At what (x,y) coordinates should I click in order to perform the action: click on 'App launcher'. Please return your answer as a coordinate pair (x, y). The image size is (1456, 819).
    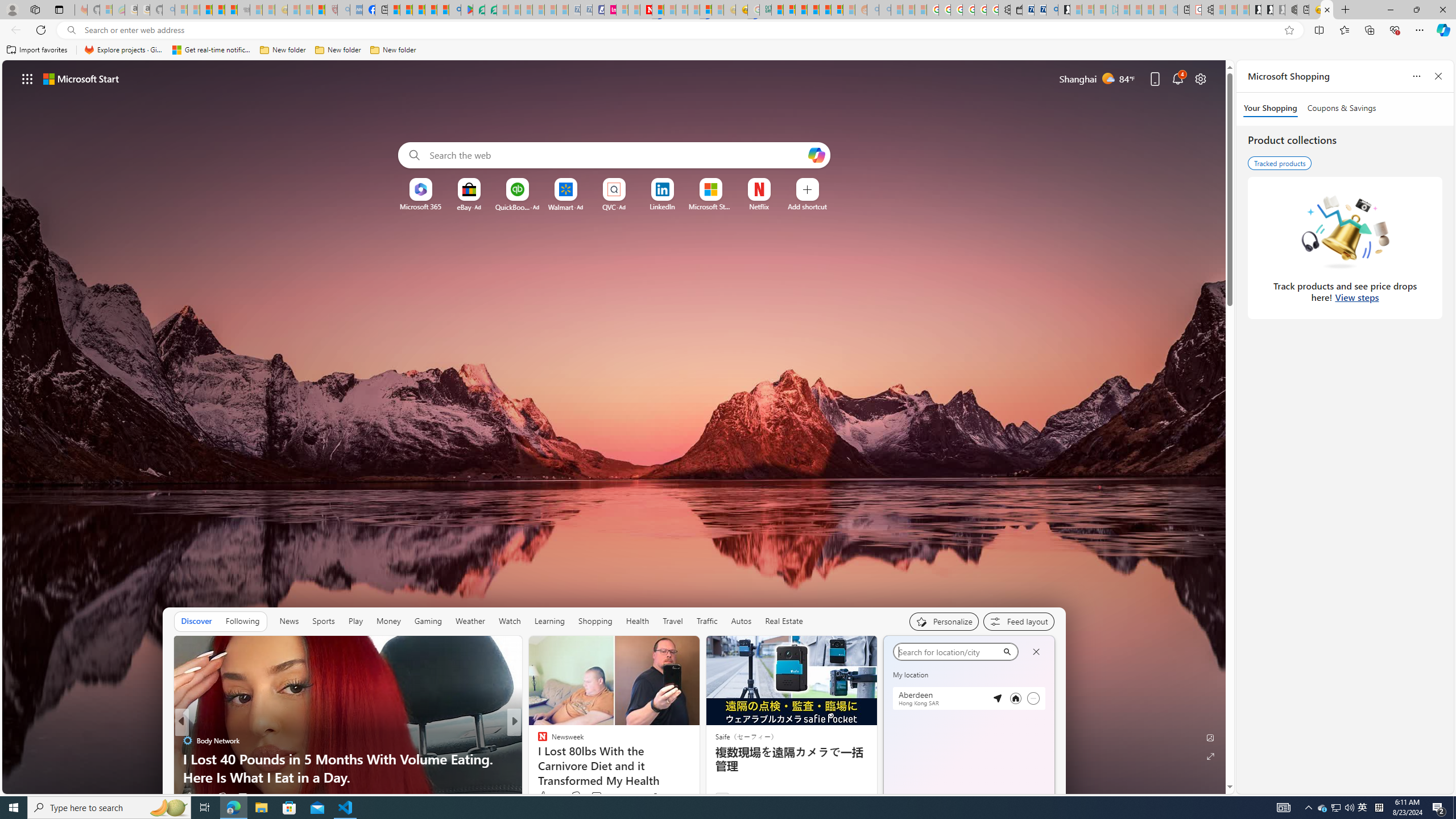
    Looking at the image, I should click on (27, 78).